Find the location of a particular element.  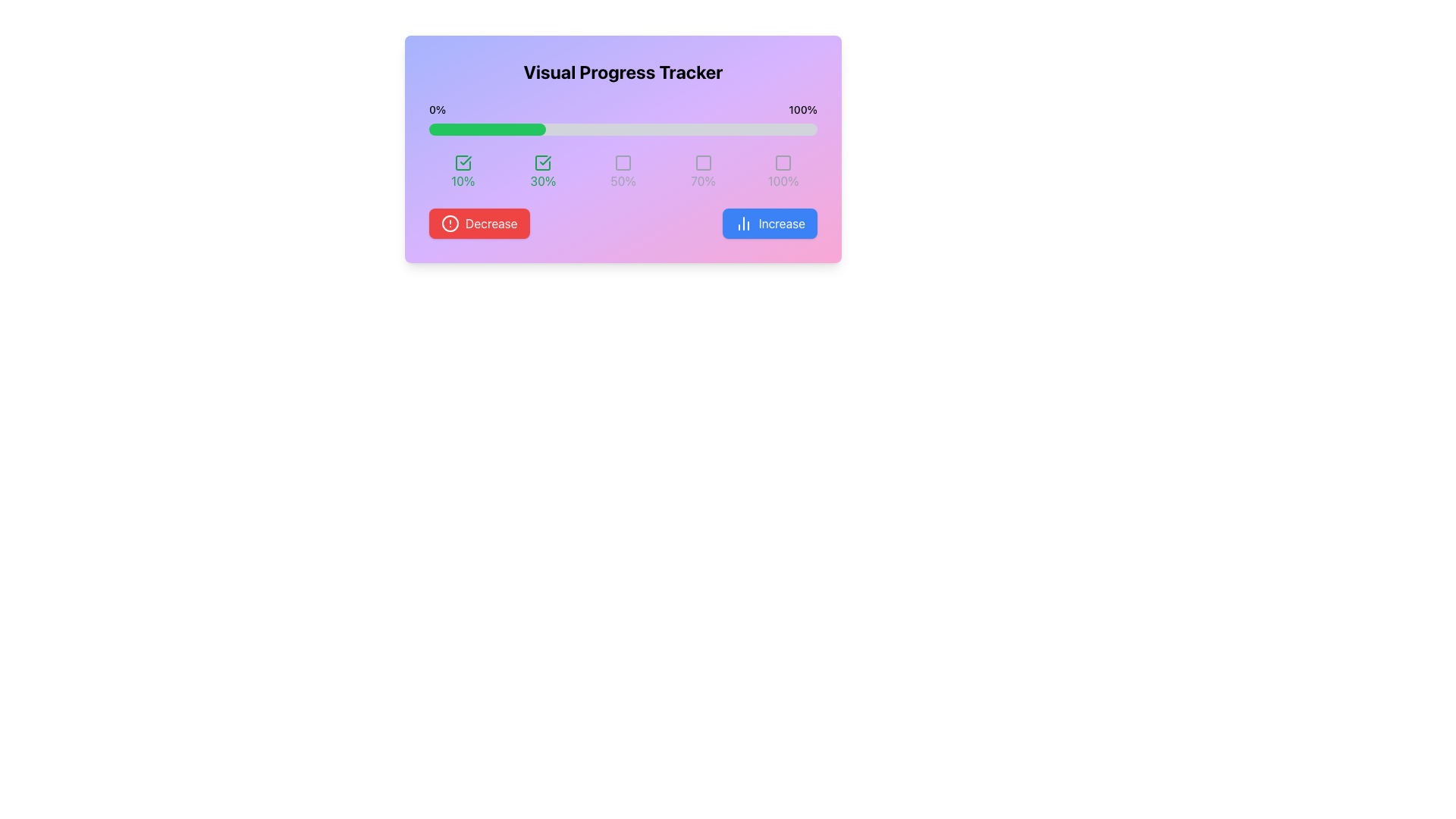

the square-shaped icon outlined in gray at the right end of the progress tracker interface, which is centrally placed above the label '100%' is located at coordinates (783, 163).